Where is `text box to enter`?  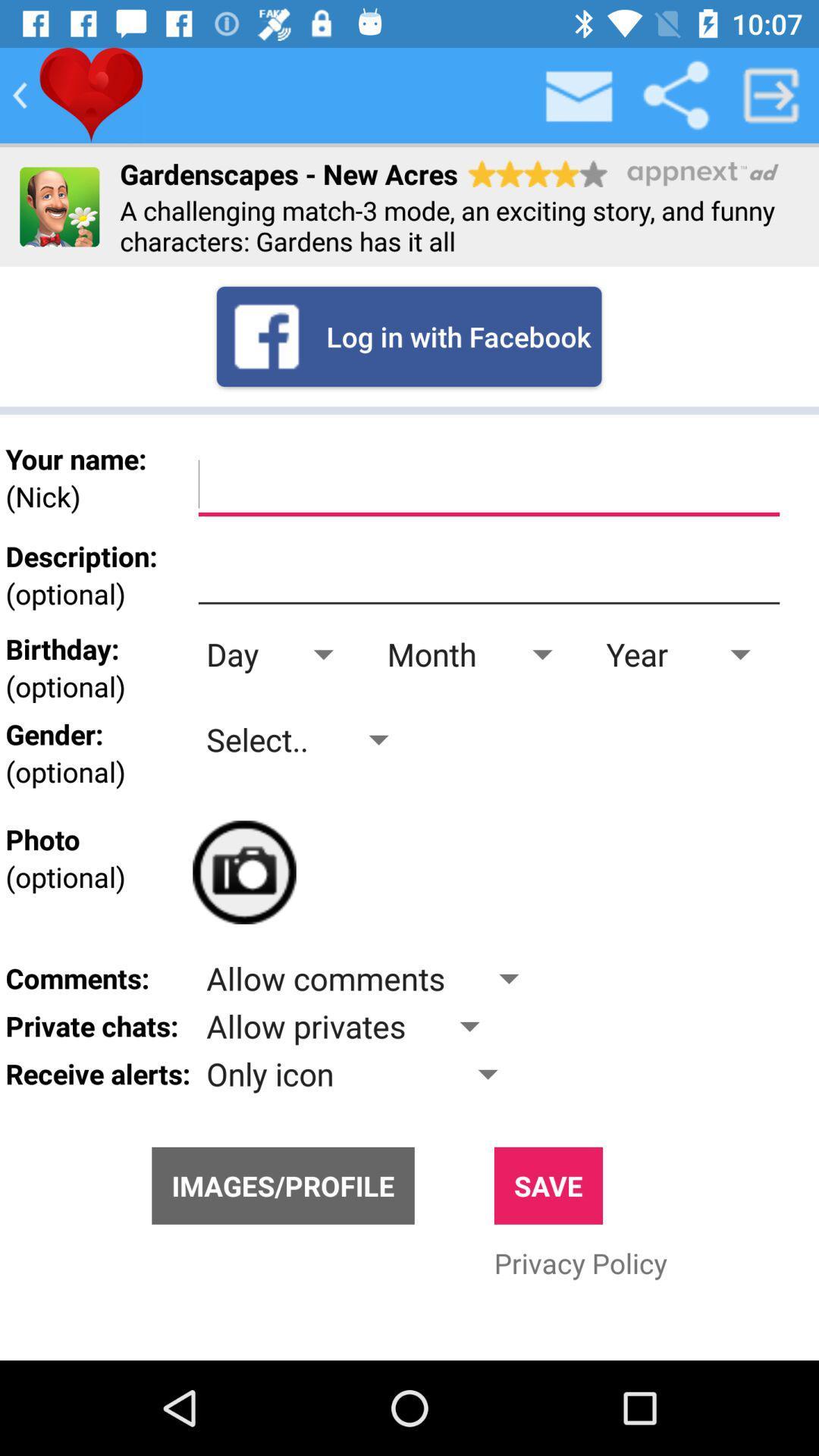 text box to enter is located at coordinates (488, 484).